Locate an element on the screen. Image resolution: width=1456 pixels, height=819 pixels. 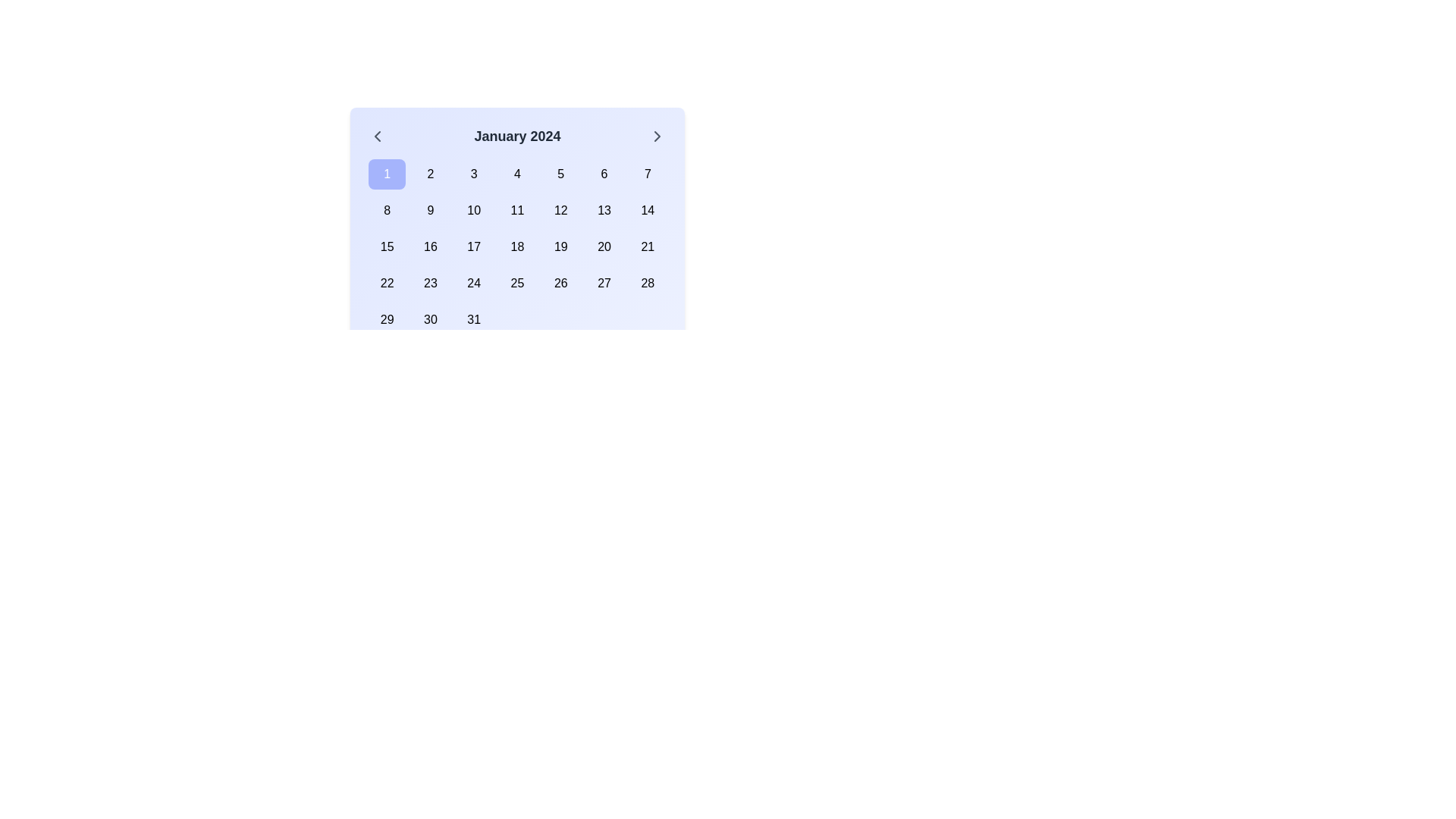
the button displaying '25' with a light blue background and rounded corners for keyboard interaction is located at coordinates (517, 284).